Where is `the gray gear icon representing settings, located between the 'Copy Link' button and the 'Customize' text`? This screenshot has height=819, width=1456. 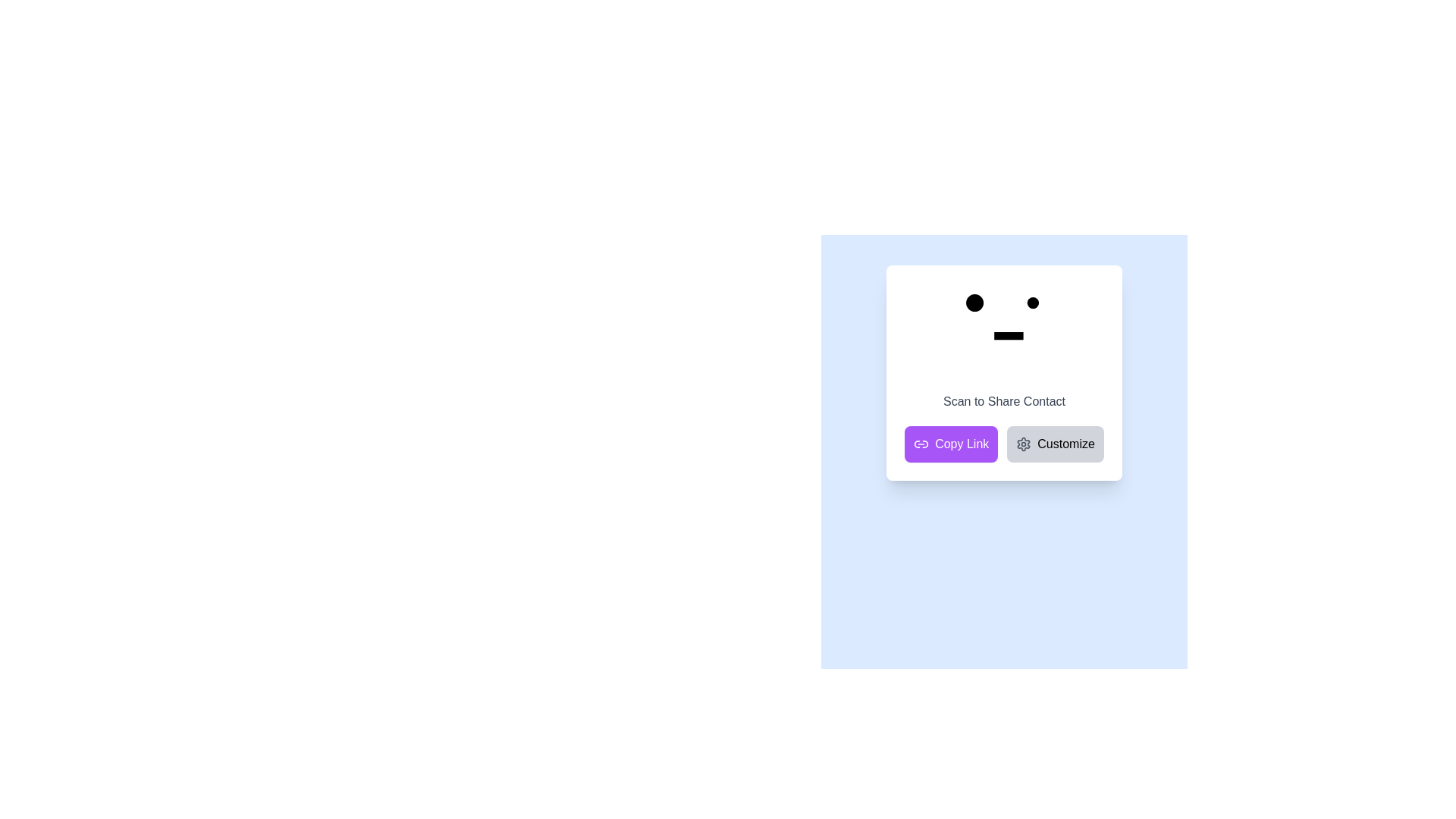 the gray gear icon representing settings, located between the 'Copy Link' button and the 'Customize' text is located at coordinates (1024, 444).